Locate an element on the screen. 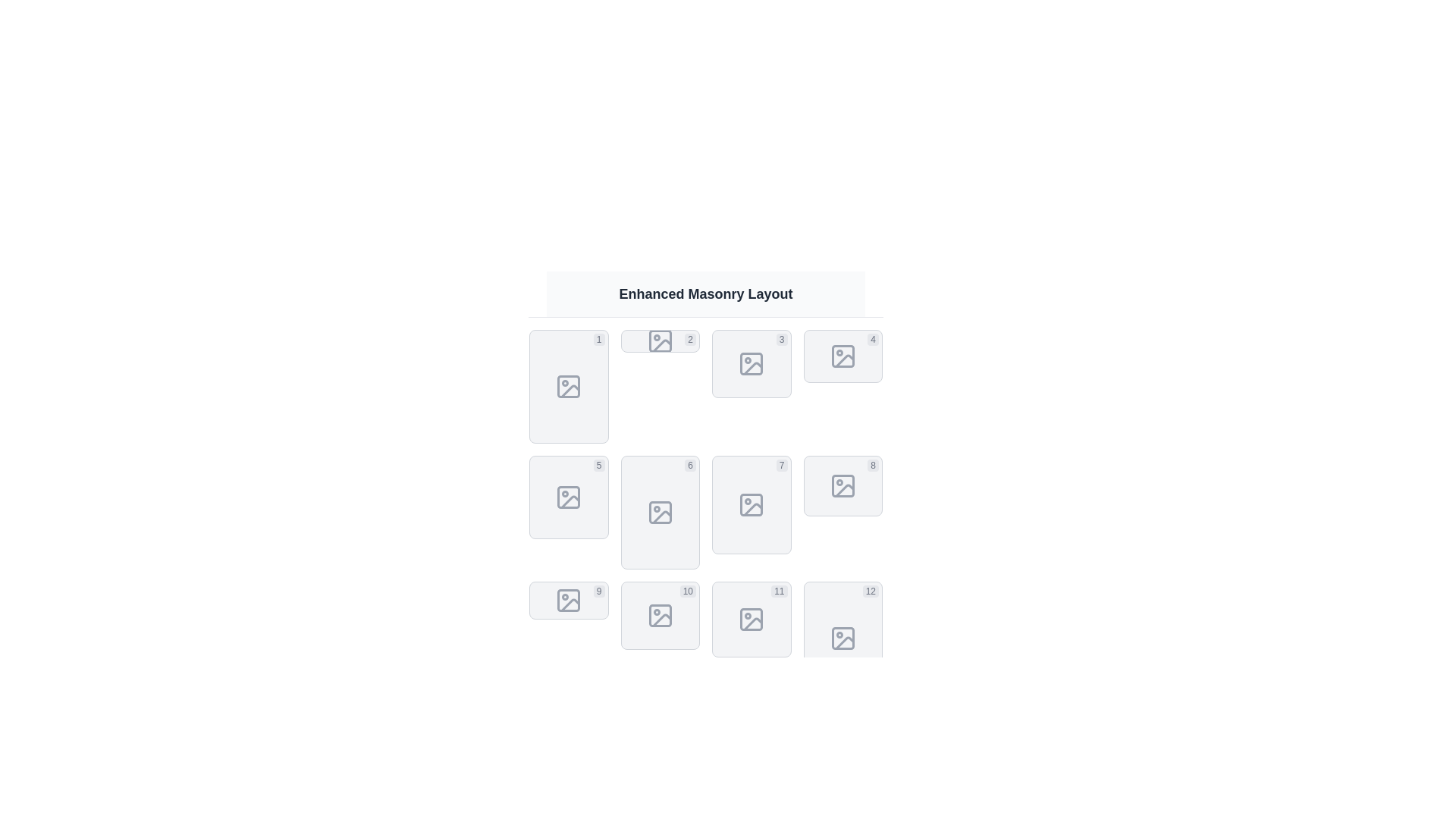  the Graphical Icon Component that represents an image icon within the visual media layout grid is located at coordinates (568, 385).